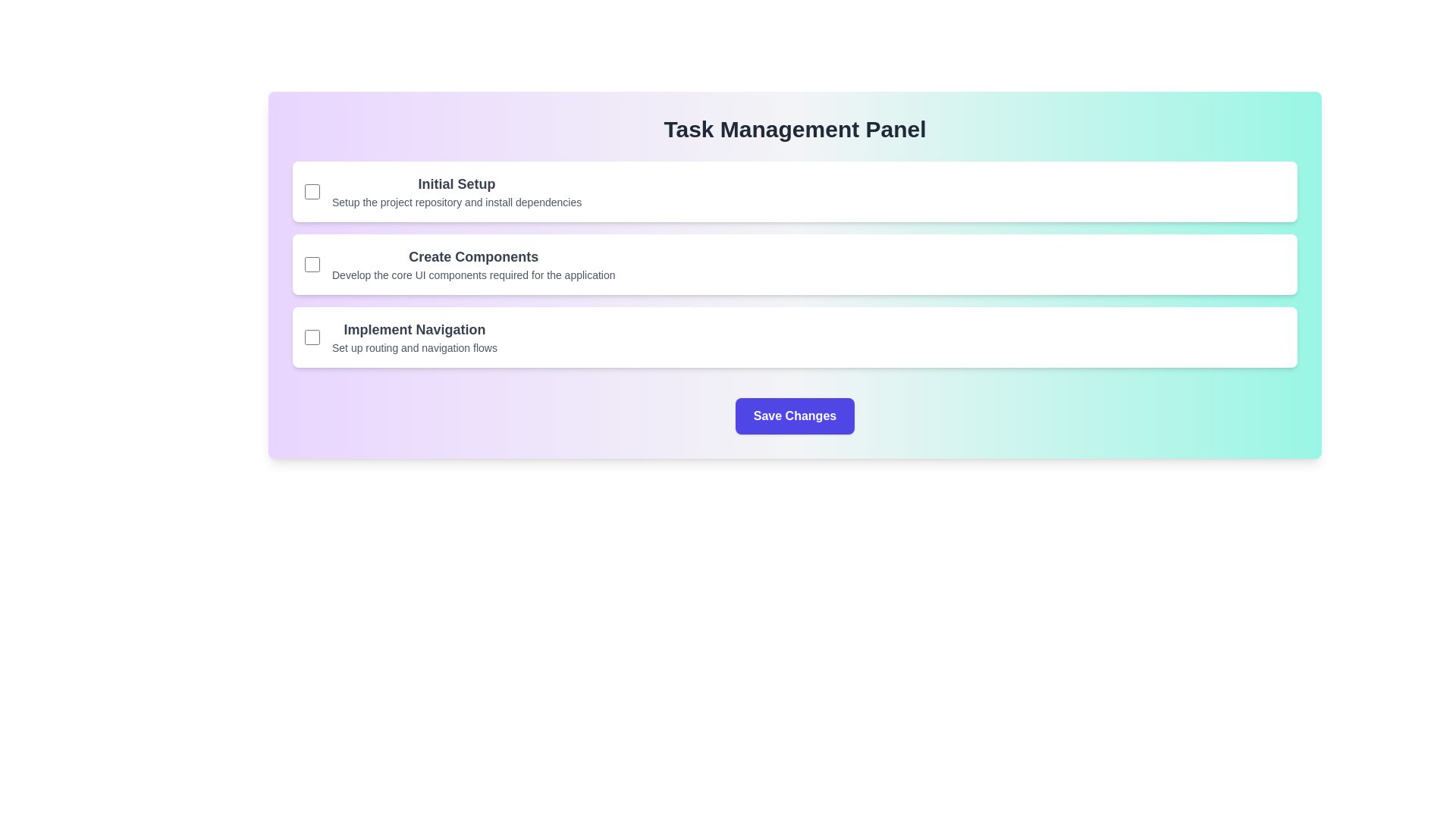  What do you see at coordinates (794, 416) in the screenshot?
I see `the save button located at the center-bottom area of the task management panel` at bounding box center [794, 416].